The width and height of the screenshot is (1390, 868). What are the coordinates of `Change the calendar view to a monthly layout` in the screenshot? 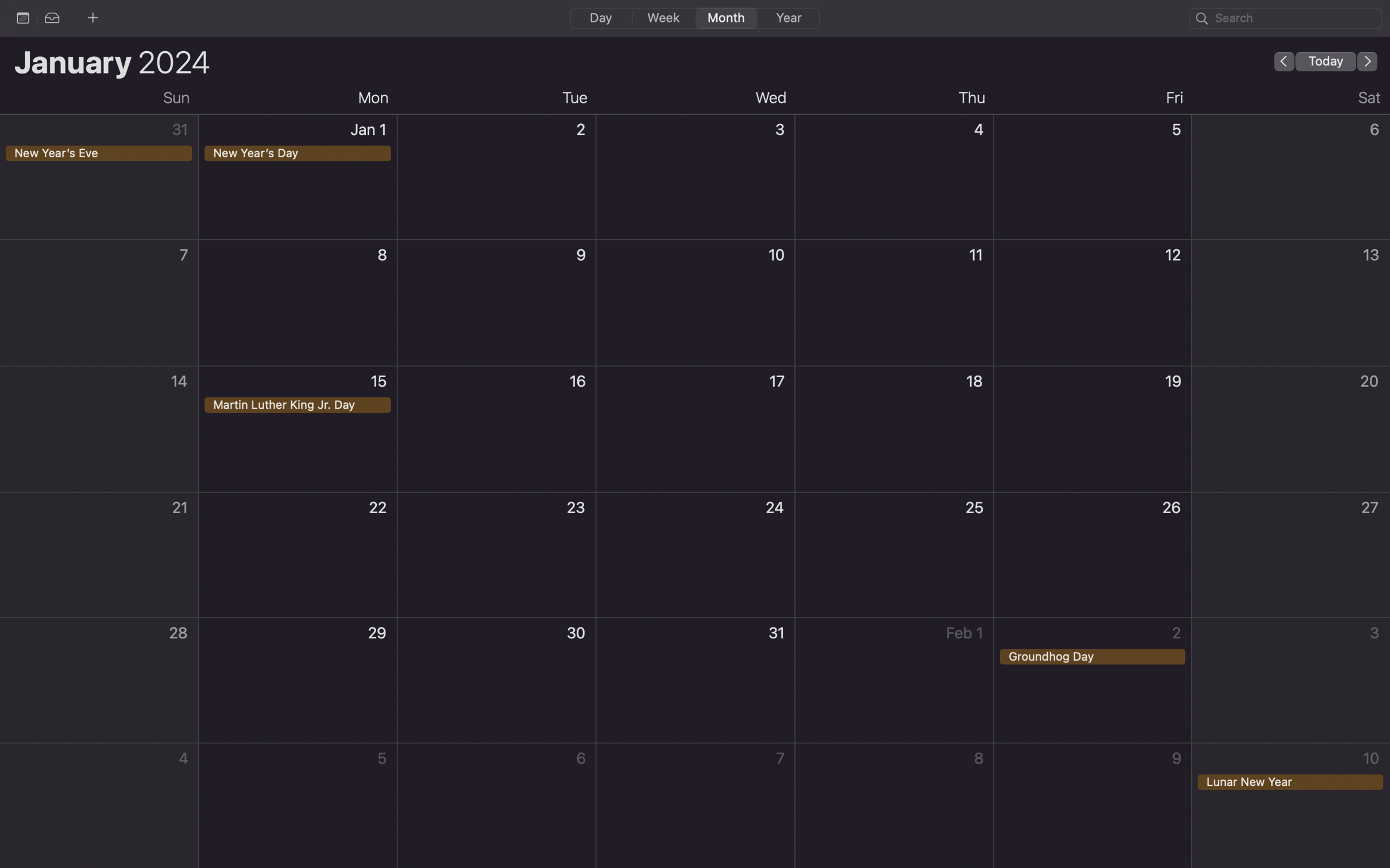 It's located at (724, 17).